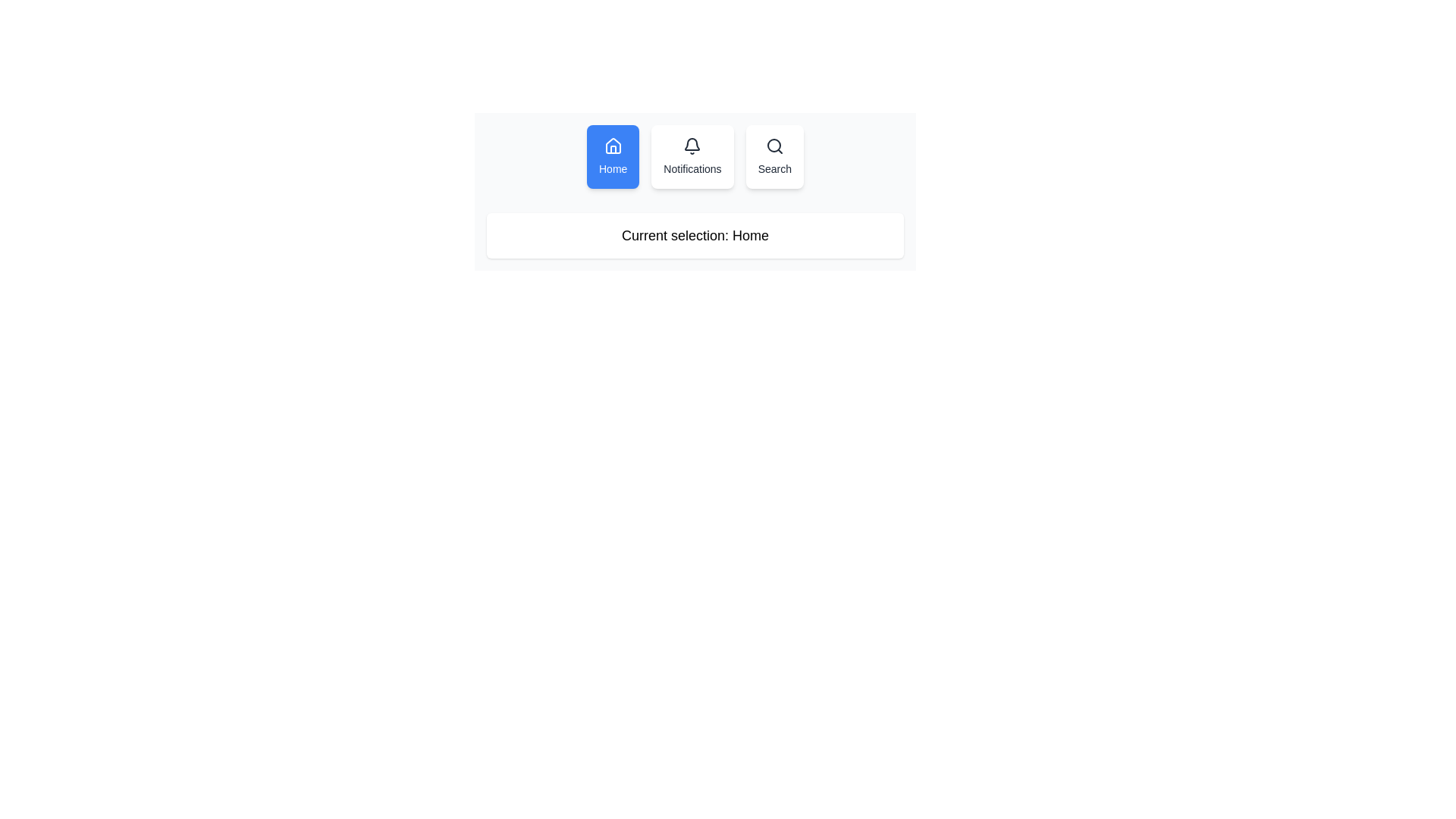 The height and width of the screenshot is (819, 1456). Describe the element at coordinates (613, 146) in the screenshot. I see `the 'Home' icon in the navigation bar` at that location.